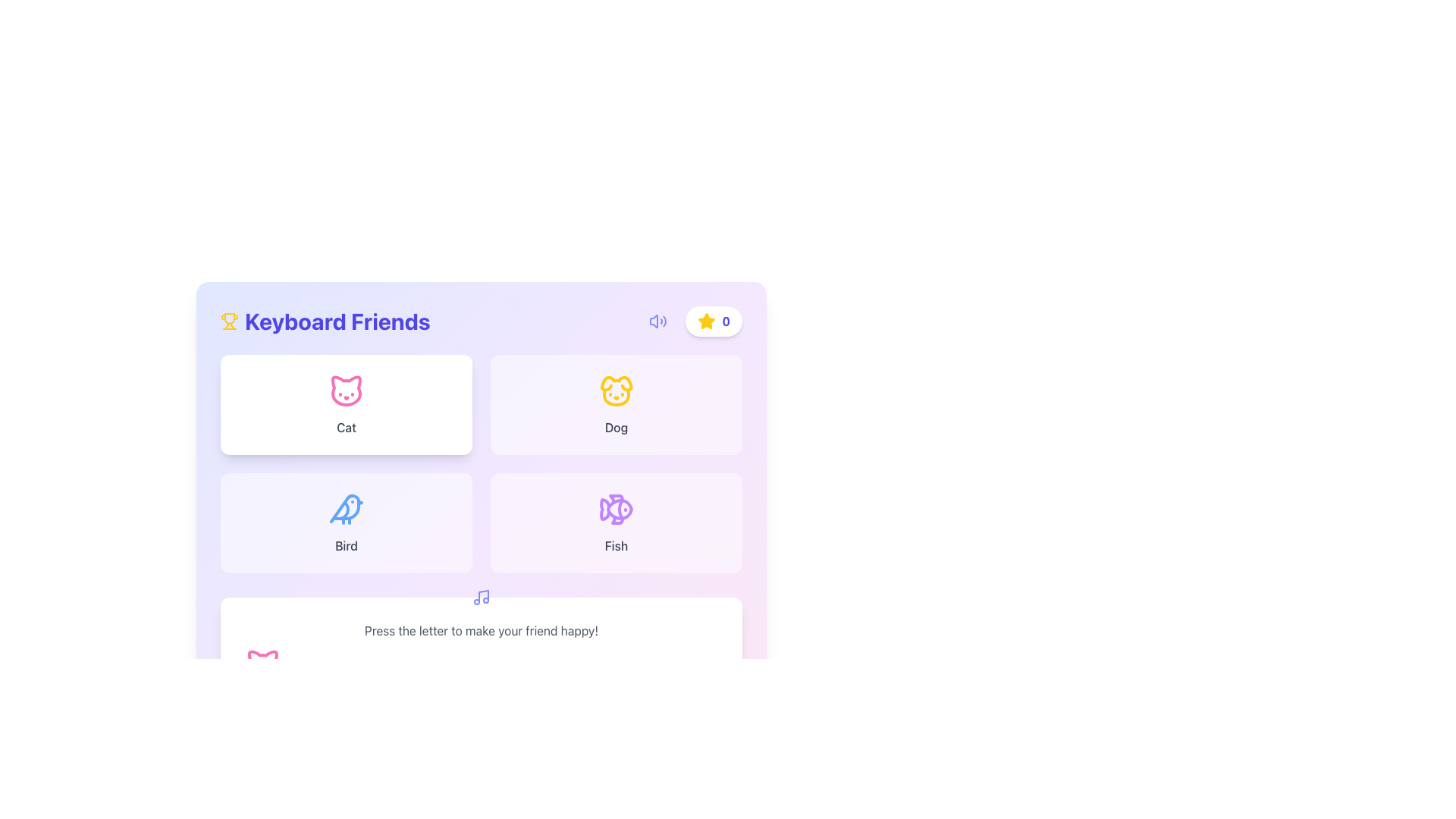  What do you see at coordinates (706, 321) in the screenshot?
I see `the visual representation of the yellow star-shaped icon located at the top right of the widget, which is part of a group with a numerical indicator '0' next to it` at bounding box center [706, 321].